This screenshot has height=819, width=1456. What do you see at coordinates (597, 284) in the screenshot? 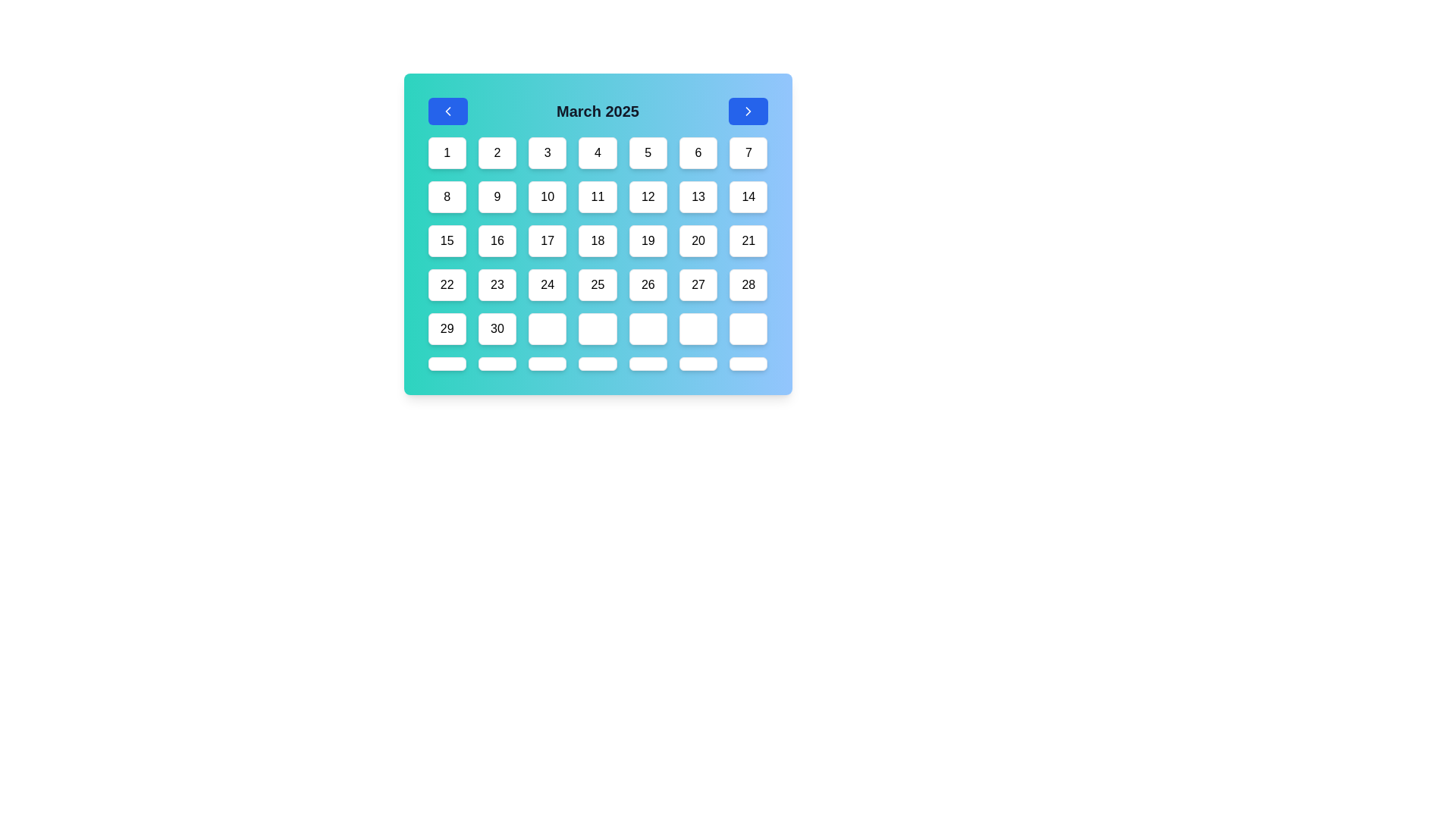
I see `the square-shaped button displaying the number '25', which is part of a calendar grid layout` at bounding box center [597, 284].